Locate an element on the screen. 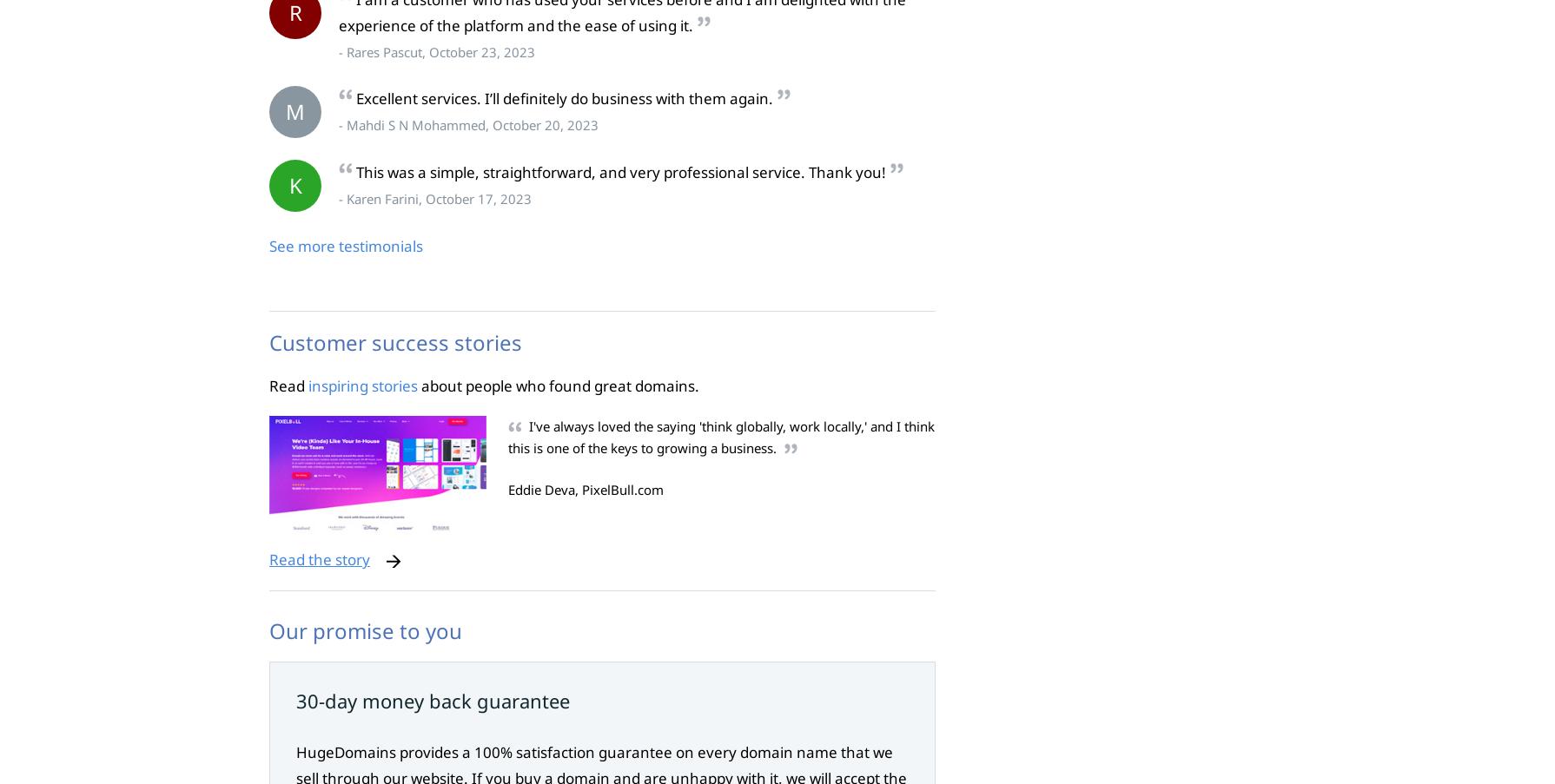 The image size is (1555, 784). '- Mahdi S N Mohammed, October 20, 2023' is located at coordinates (339, 124).